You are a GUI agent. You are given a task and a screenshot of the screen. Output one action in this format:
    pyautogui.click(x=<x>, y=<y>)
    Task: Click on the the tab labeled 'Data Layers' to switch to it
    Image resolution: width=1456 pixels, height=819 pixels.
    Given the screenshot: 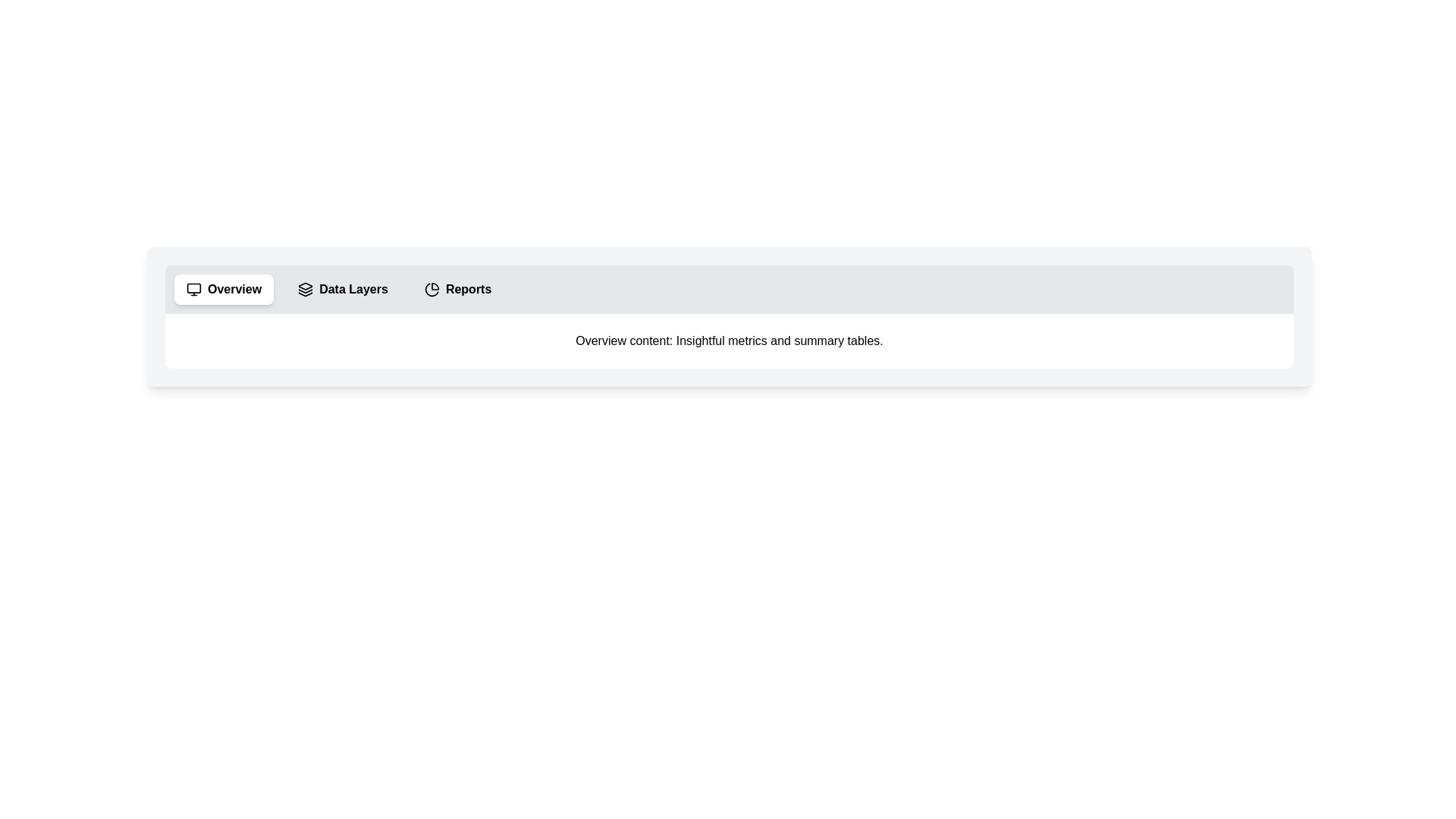 What is the action you would take?
    pyautogui.click(x=341, y=289)
    